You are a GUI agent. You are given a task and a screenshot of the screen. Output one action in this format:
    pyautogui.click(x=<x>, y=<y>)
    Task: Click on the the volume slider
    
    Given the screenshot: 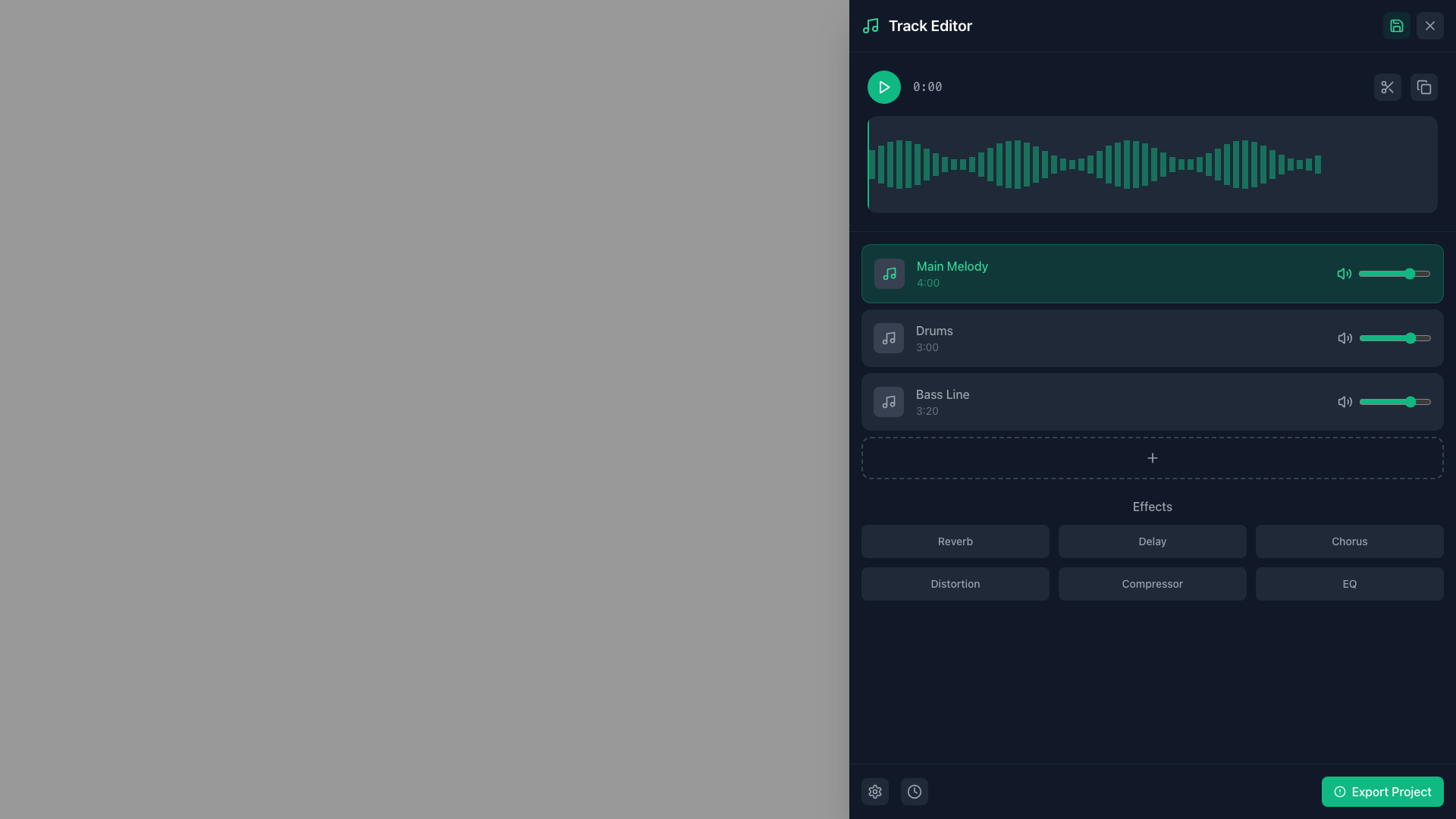 What is the action you would take?
    pyautogui.click(x=1376, y=400)
    